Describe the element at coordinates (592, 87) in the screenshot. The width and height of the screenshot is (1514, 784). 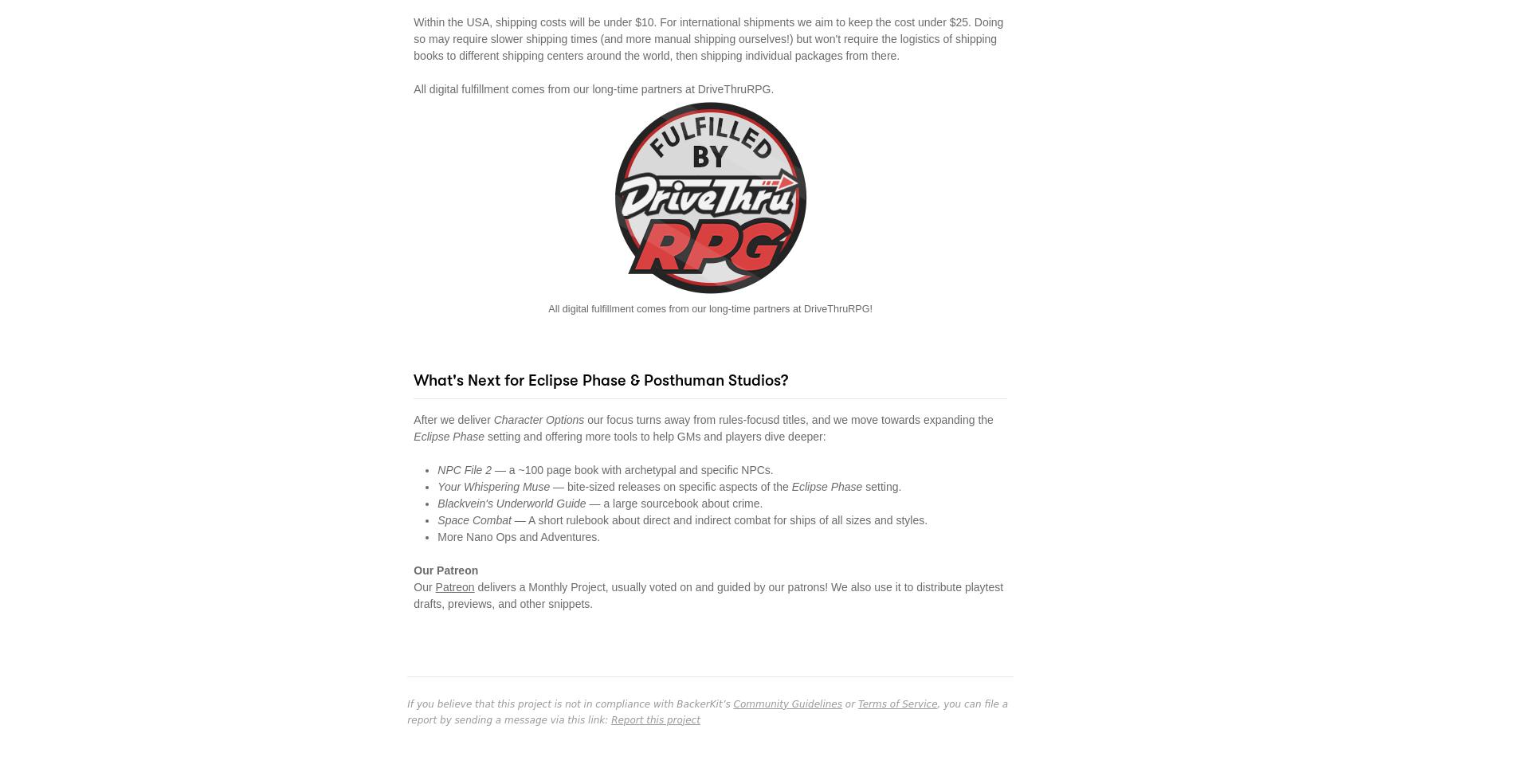
I see `'All digital fulfillment comes from our long-time partners at DriveThruRPG.'` at that location.